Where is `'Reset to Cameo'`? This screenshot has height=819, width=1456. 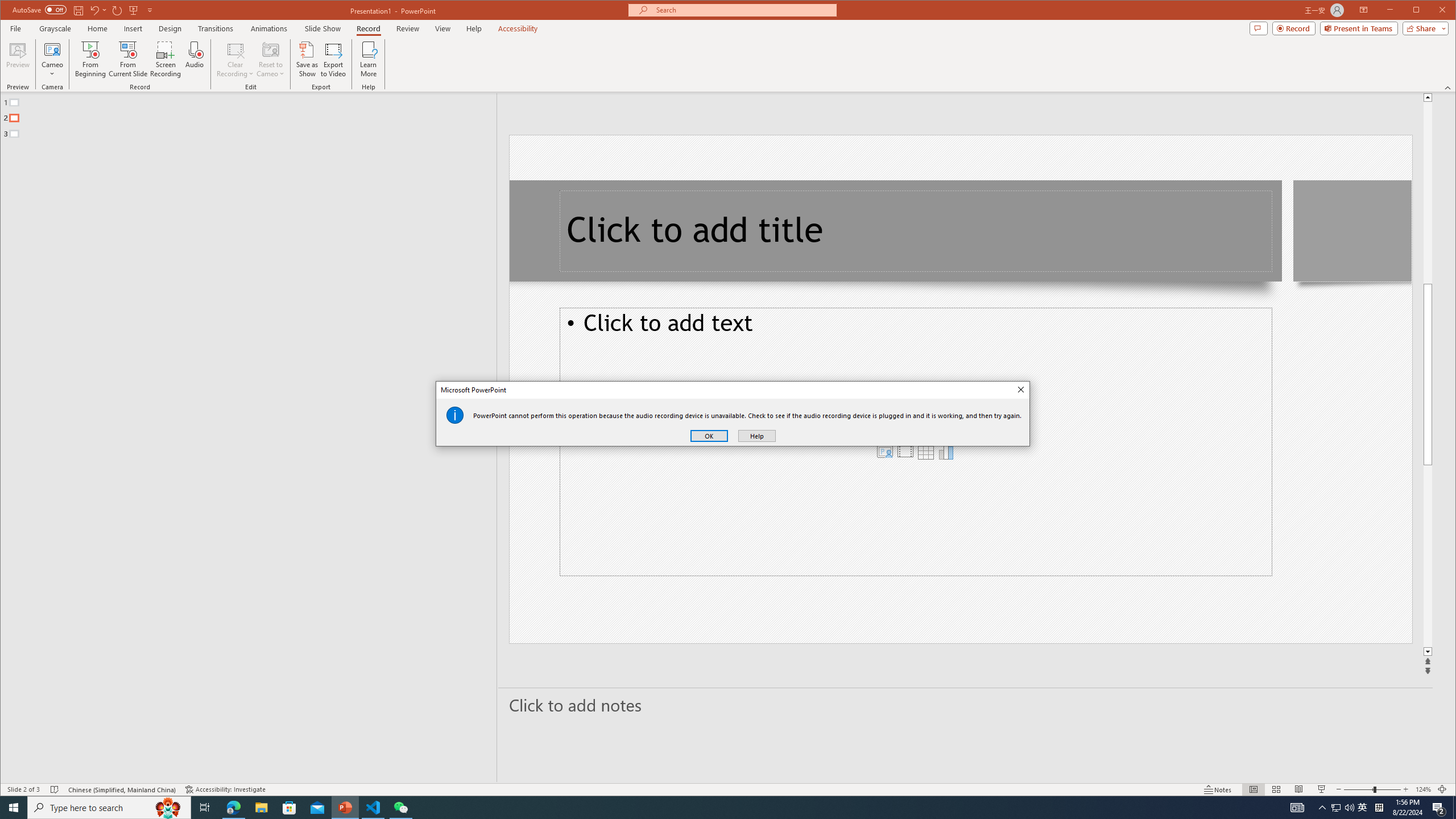
'Reset to Cameo' is located at coordinates (269, 59).